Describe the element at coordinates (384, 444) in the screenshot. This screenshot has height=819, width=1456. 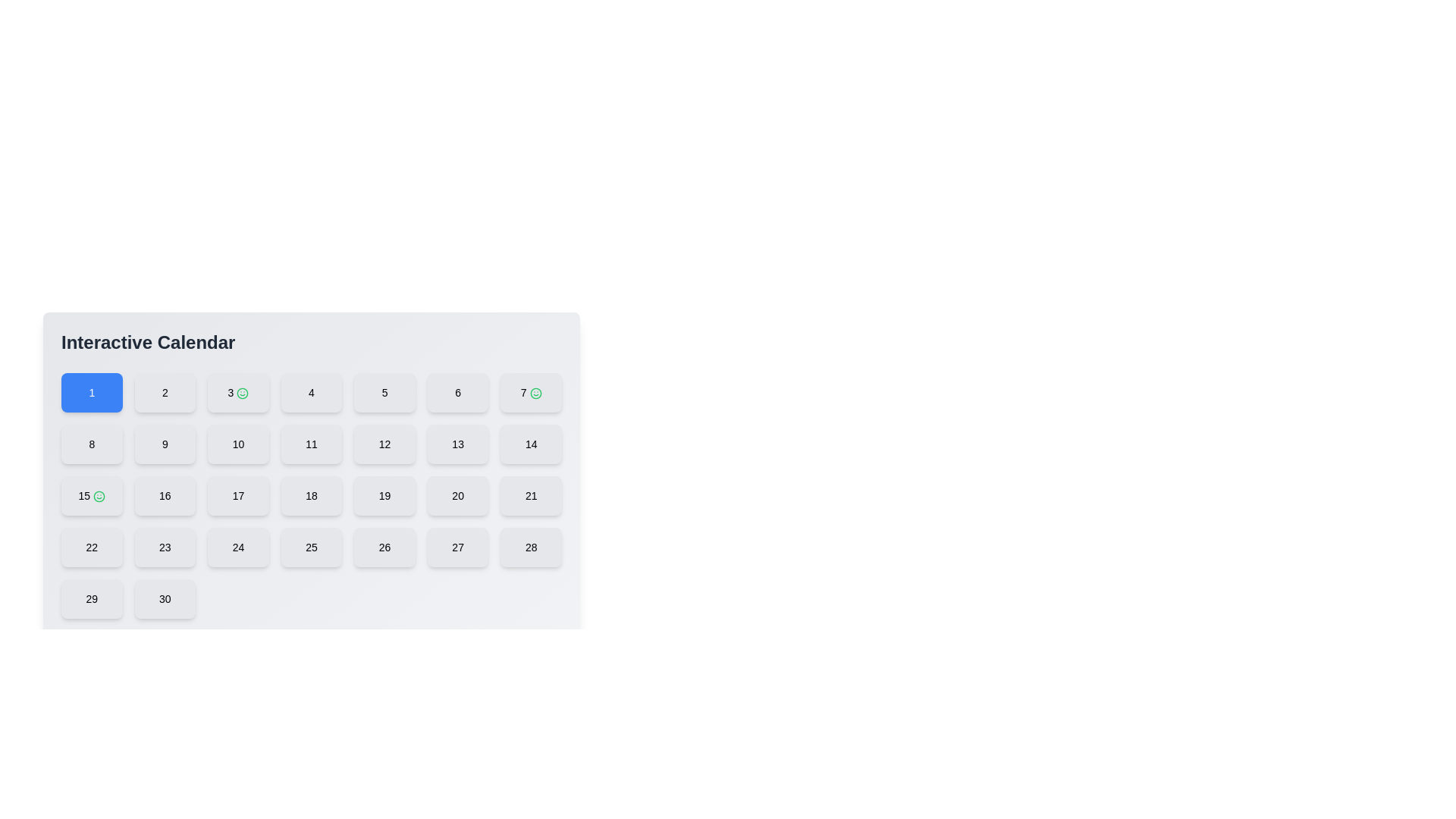
I see `the button representing the day '12' in the calendar interface` at that location.